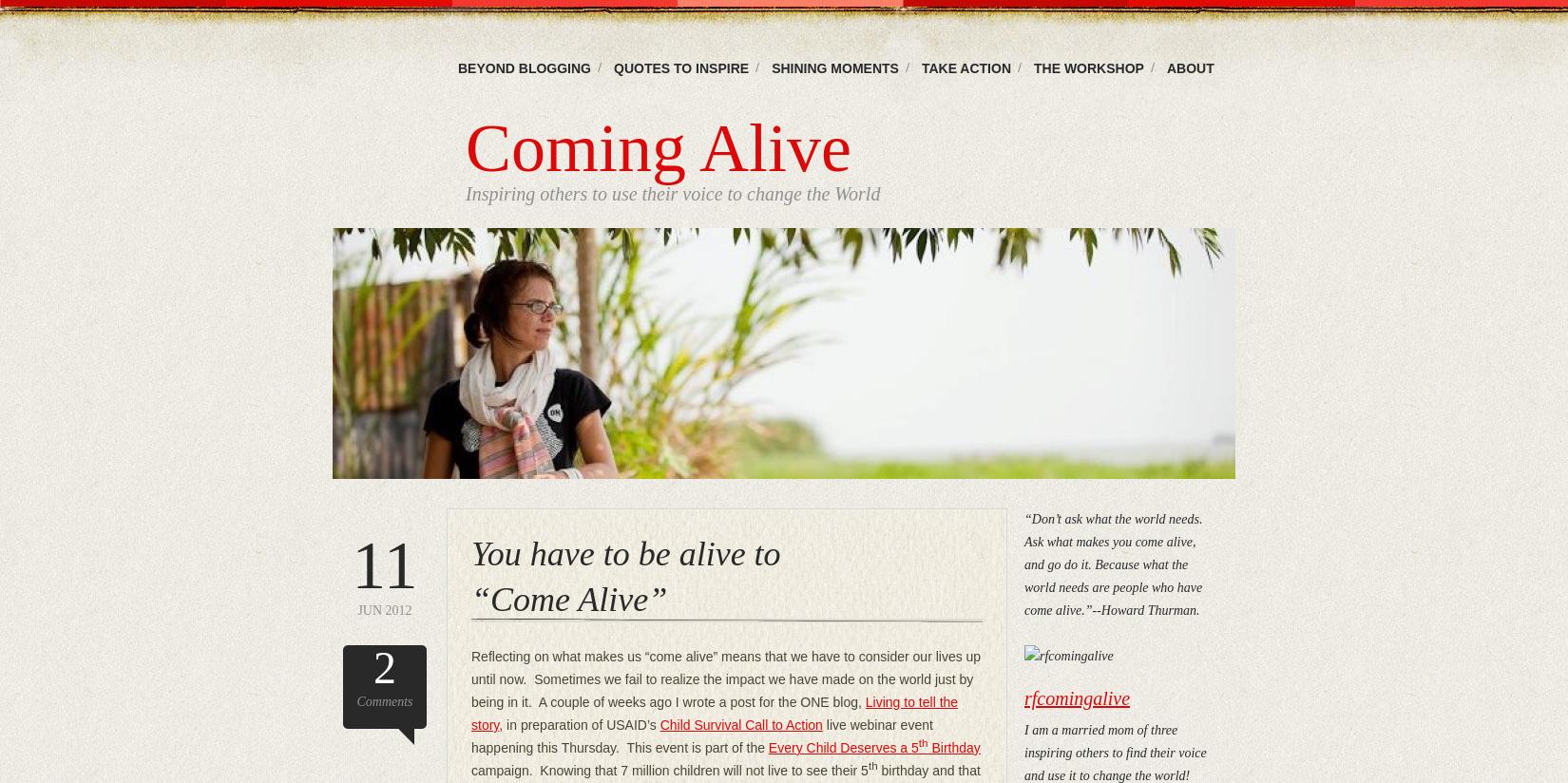 The height and width of the screenshot is (783, 1568). What do you see at coordinates (739, 724) in the screenshot?
I see `'Child Survival Call to Action'` at bounding box center [739, 724].